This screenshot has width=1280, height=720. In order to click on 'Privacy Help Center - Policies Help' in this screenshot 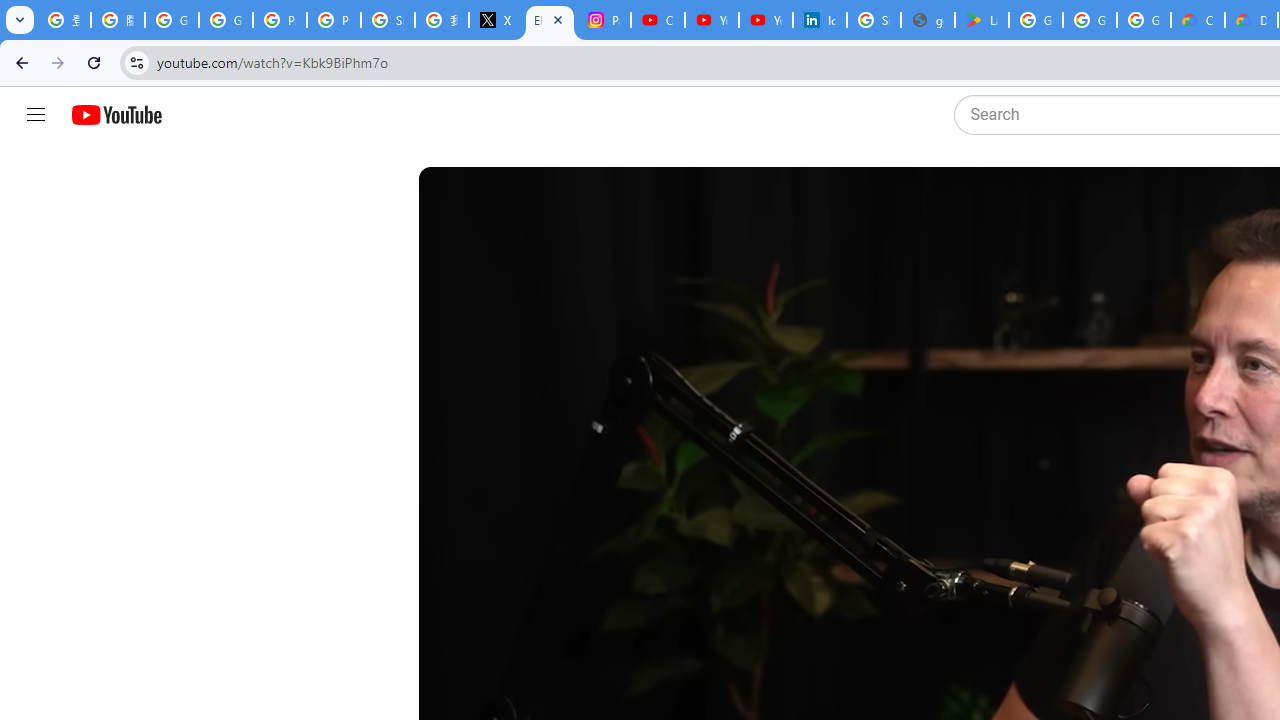, I will do `click(279, 20)`.